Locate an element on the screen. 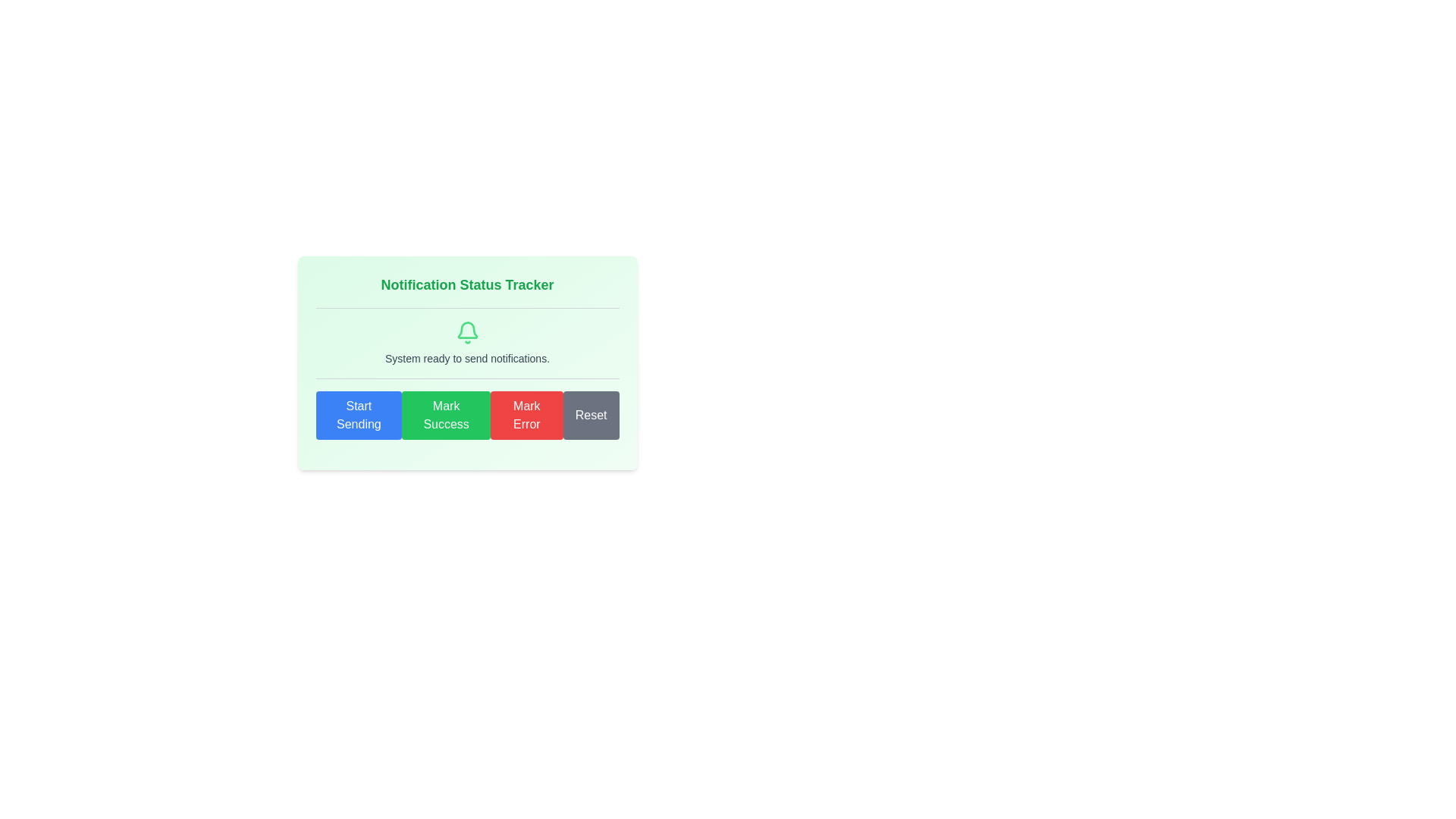 The width and height of the screenshot is (1456, 819). the 'Start Sending' button located under the 'Notification Status Tracker' header to observe its hover state is located at coordinates (358, 415).